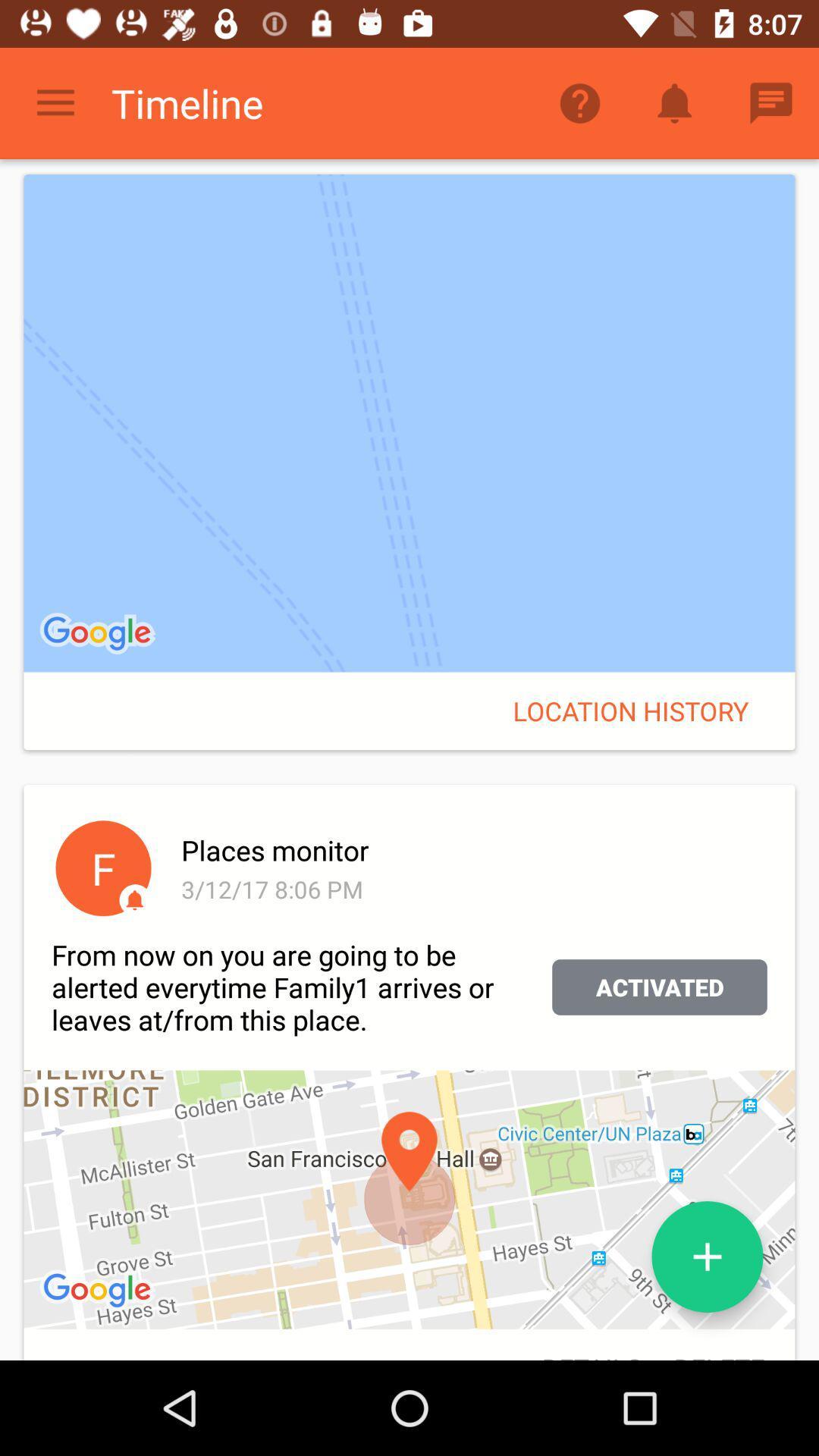 This screenshot has height=1456, width=819. Describe the element at coordinates (708, 1257) in the screenshot. I see `the add icon` at that location.